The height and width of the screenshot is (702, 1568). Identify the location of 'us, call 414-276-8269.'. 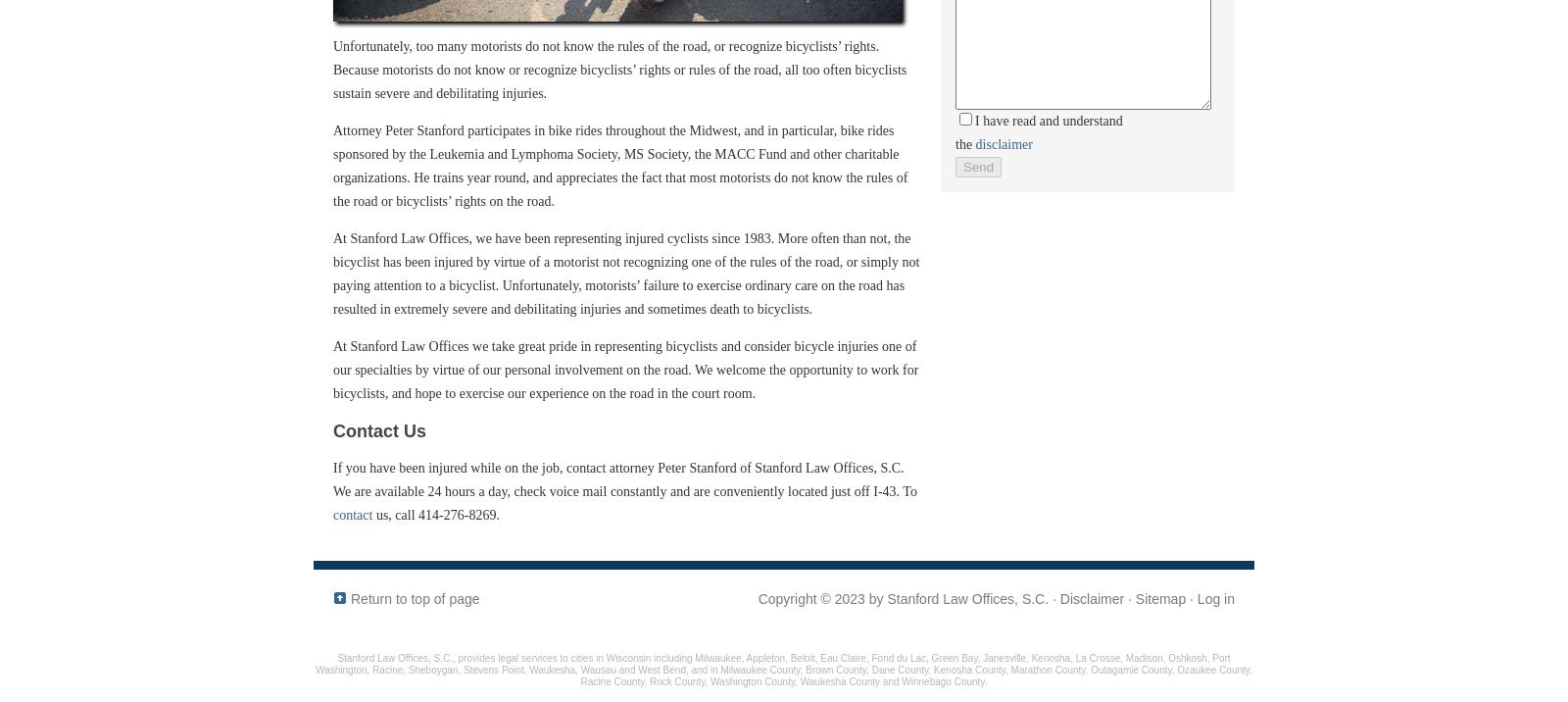
(372, 514).